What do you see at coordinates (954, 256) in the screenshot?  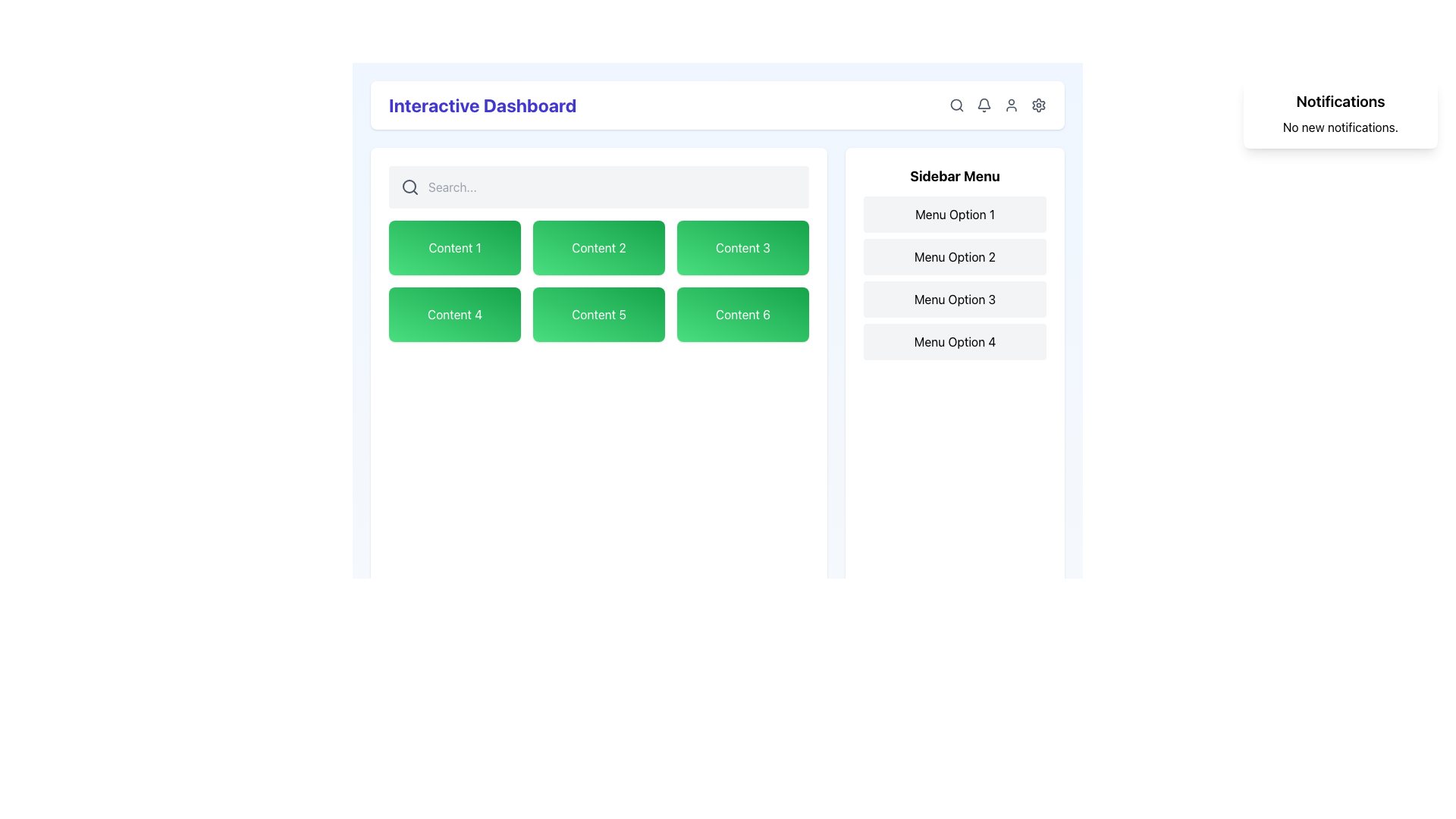 I see `the second button in the 'Sidebar Menu' to observe its hover effects` at bounding box center [954, 256].